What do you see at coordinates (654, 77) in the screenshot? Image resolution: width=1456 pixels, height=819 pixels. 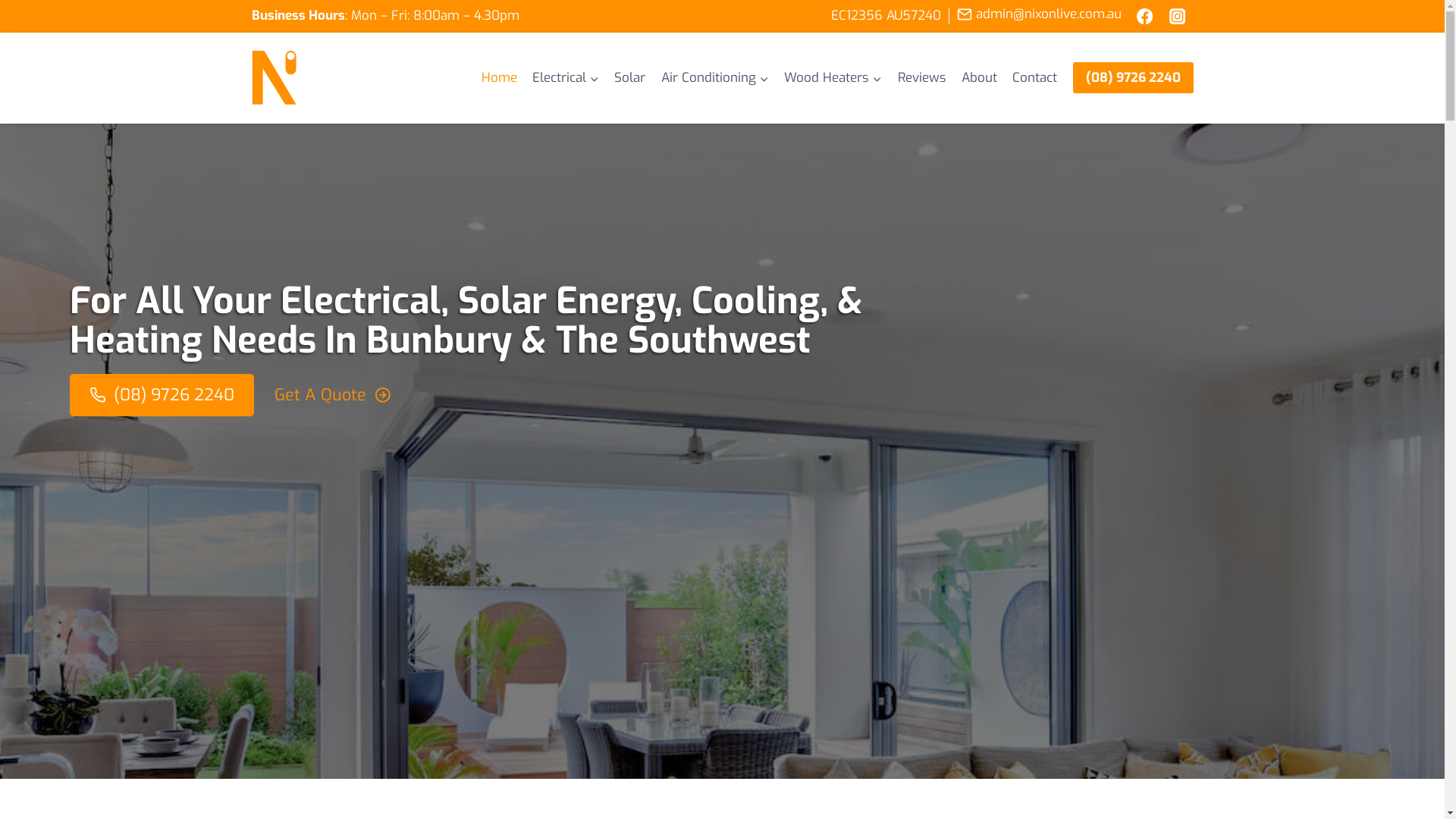 I see `'Air Conditioning'` at bounding box center [654, 77].